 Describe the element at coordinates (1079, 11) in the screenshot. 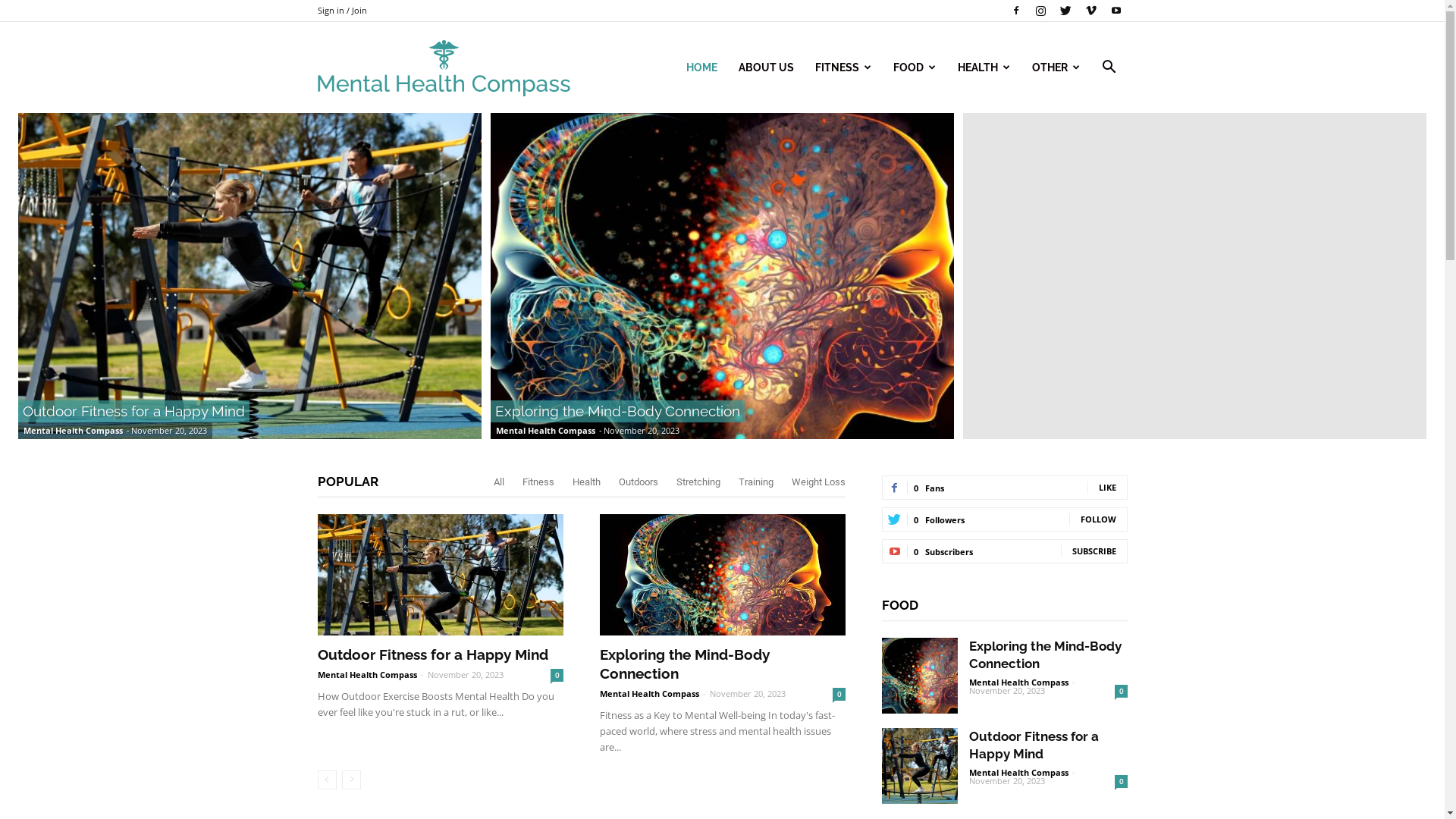

I see `'Vimeo'` at that location.